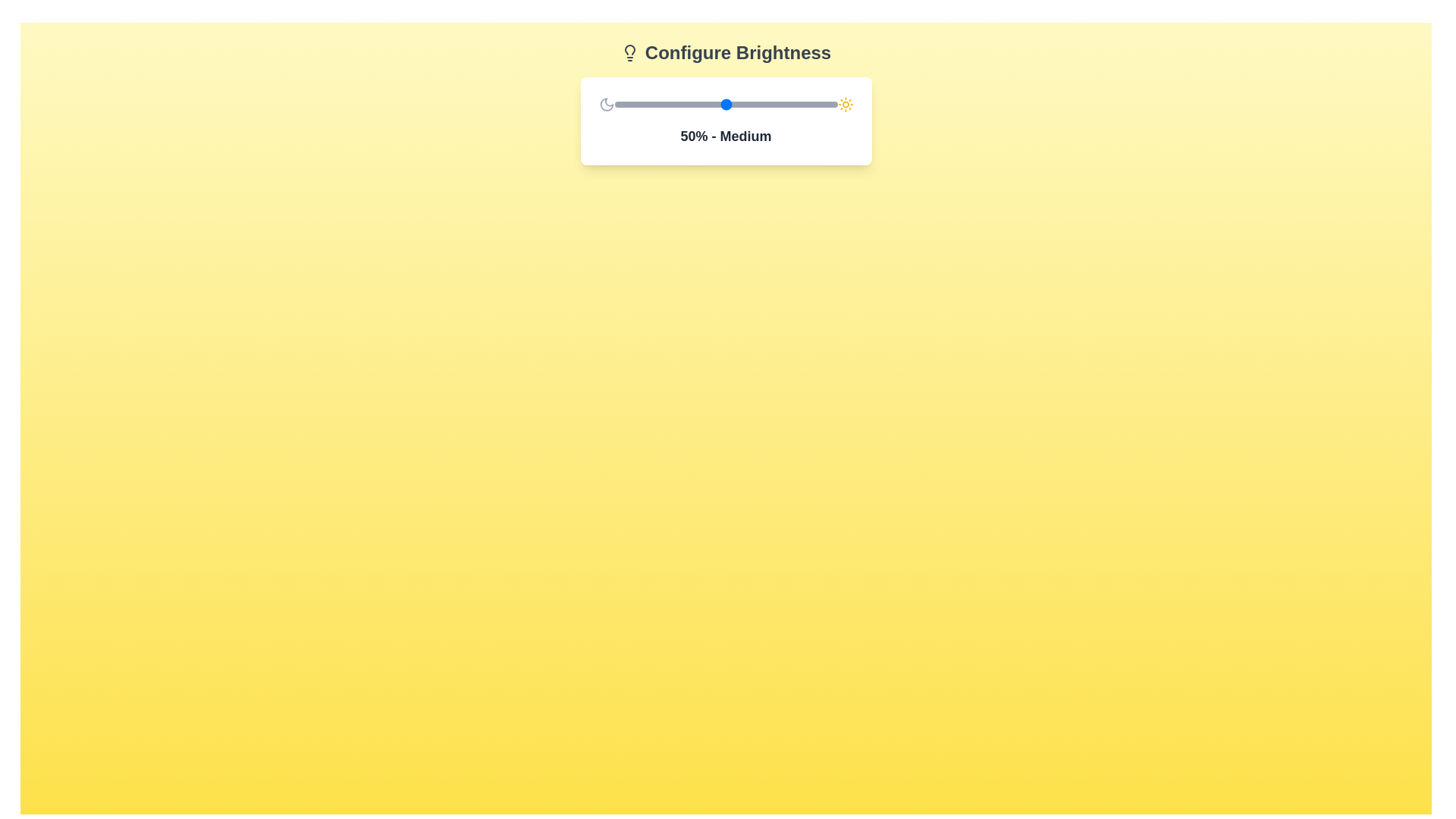  I want to click on the brightness slider to 61%, so click(750, 104).